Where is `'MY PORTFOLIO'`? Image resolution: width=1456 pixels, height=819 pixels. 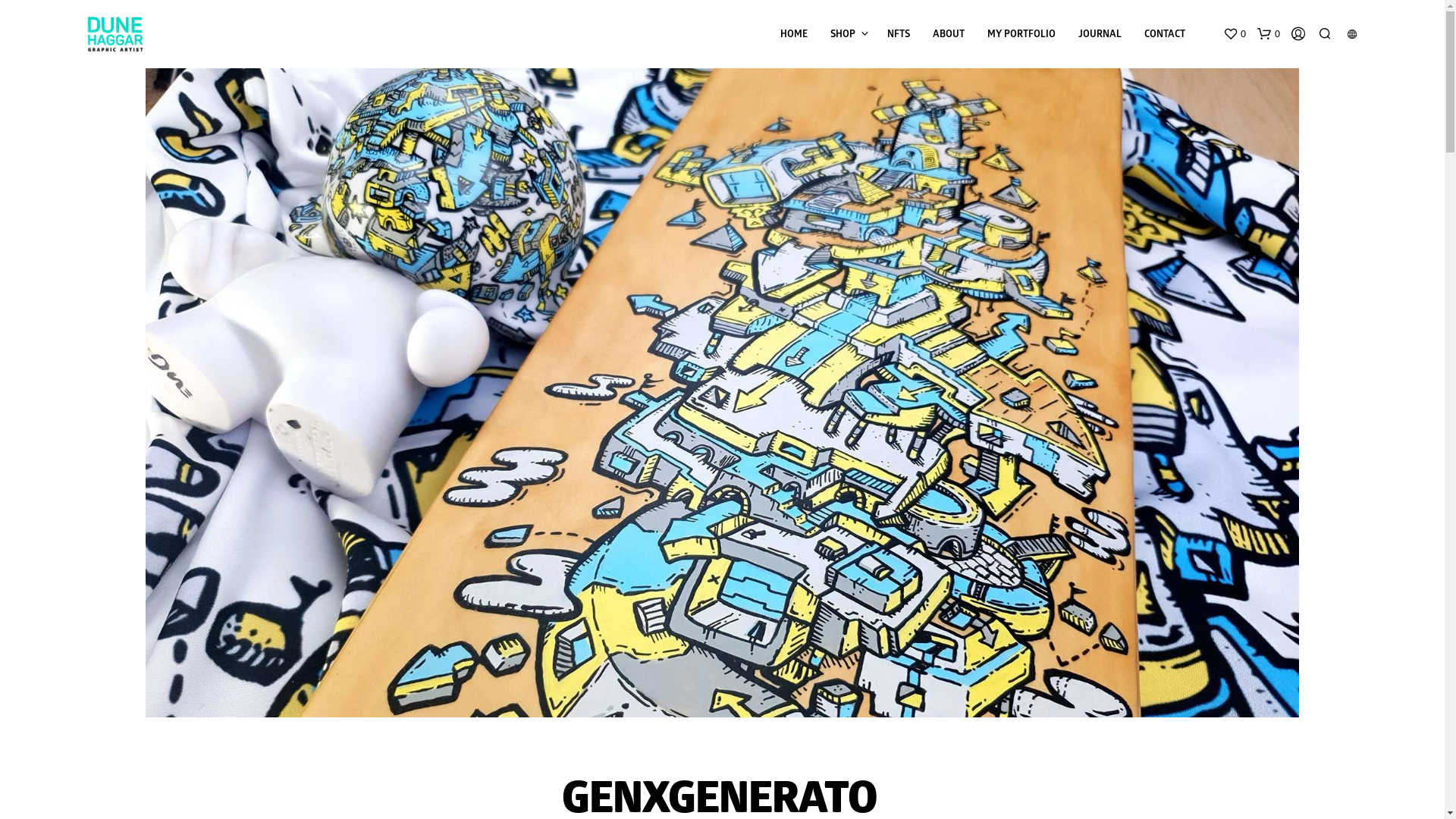 'MY PORTFOLIO' is located at coordinates (975, 34).